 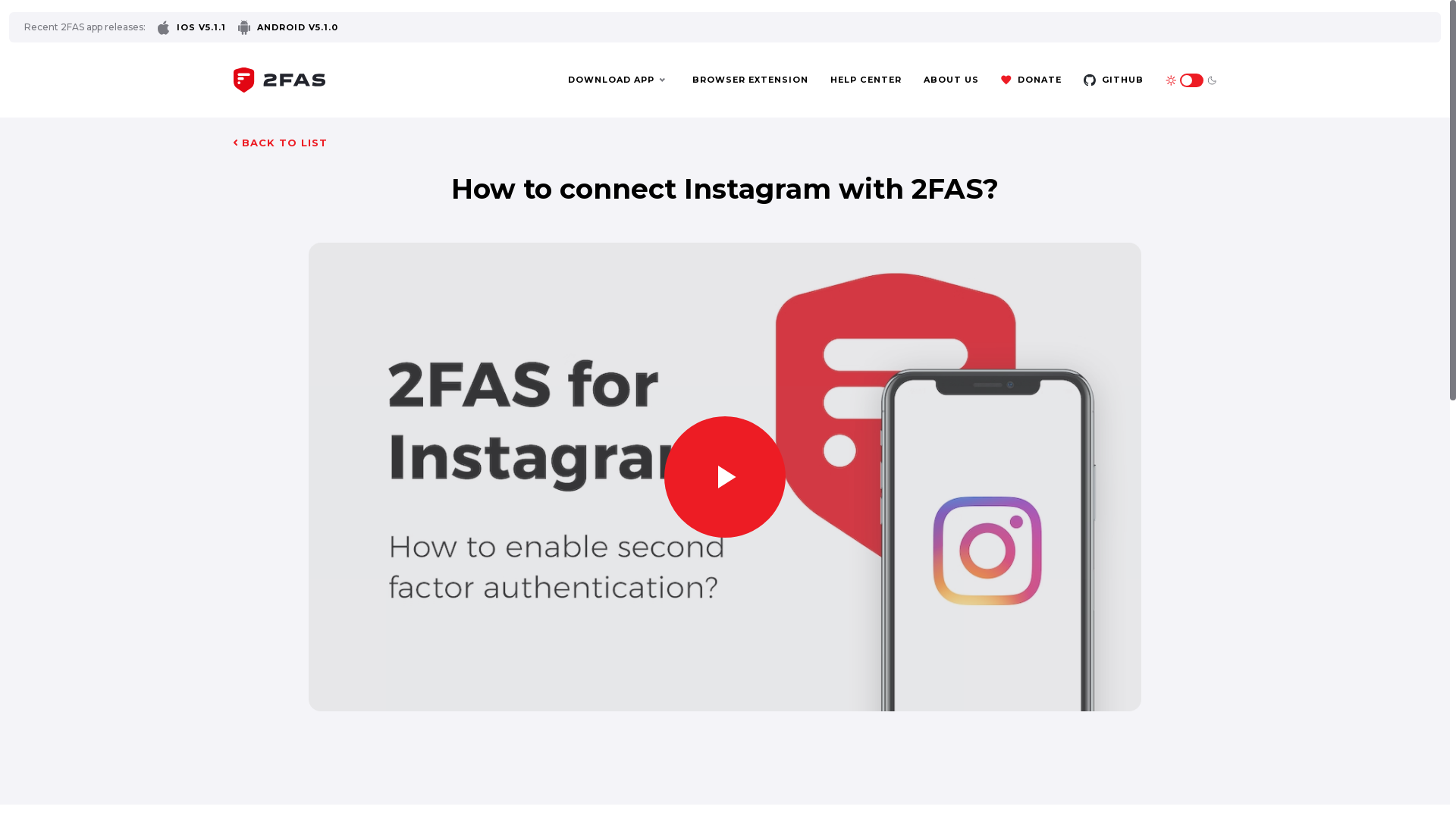 What do you see at coordinates (191, 27) in the screenshot?
I see `'IOS V5.1.1'` at bounding box center [191, 27].